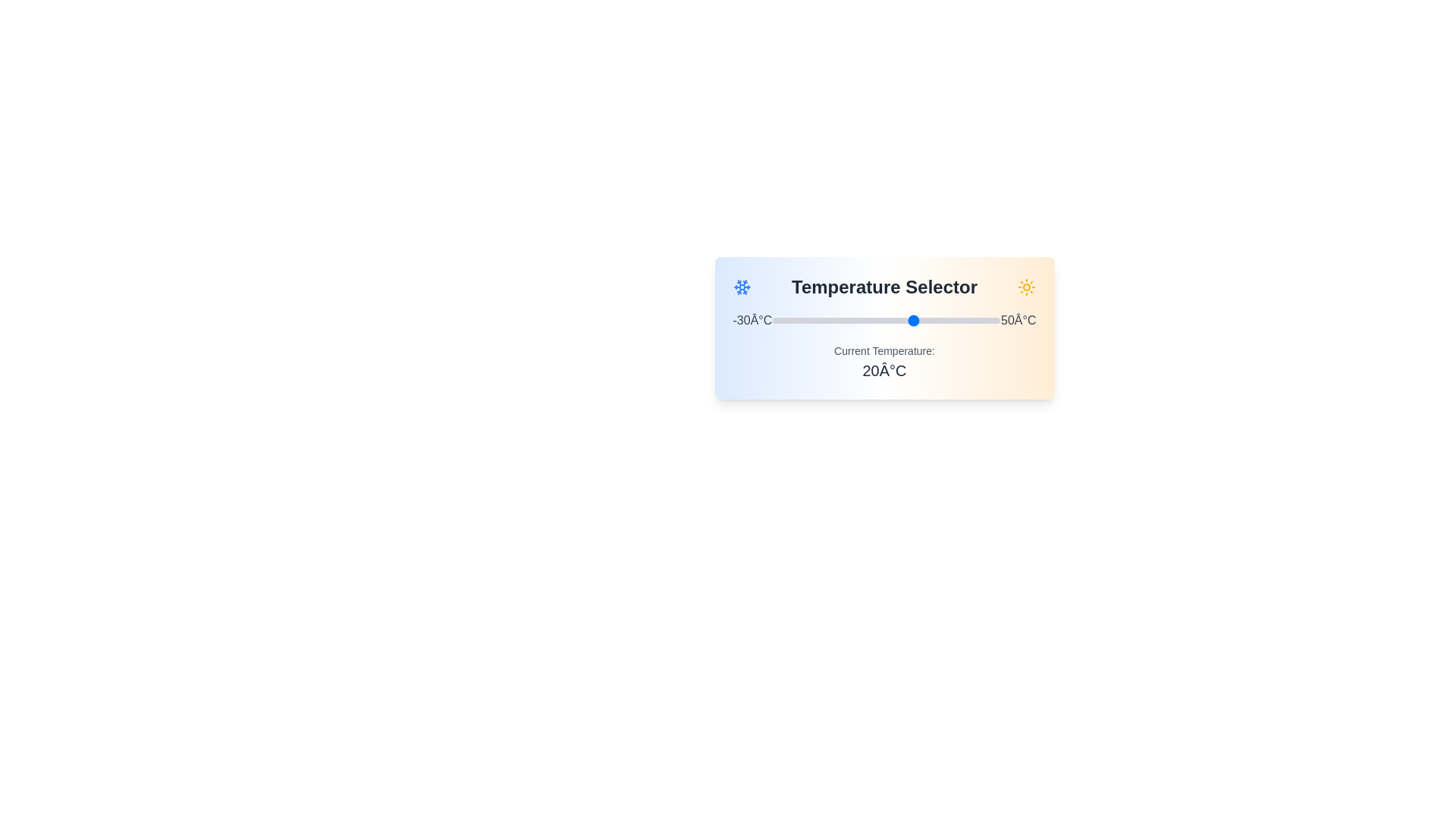 The height and width of the screenshot is (819, 1456). Describe the element at coordinates (974, 320) in the screenshot. I see `the temperature` at that location.